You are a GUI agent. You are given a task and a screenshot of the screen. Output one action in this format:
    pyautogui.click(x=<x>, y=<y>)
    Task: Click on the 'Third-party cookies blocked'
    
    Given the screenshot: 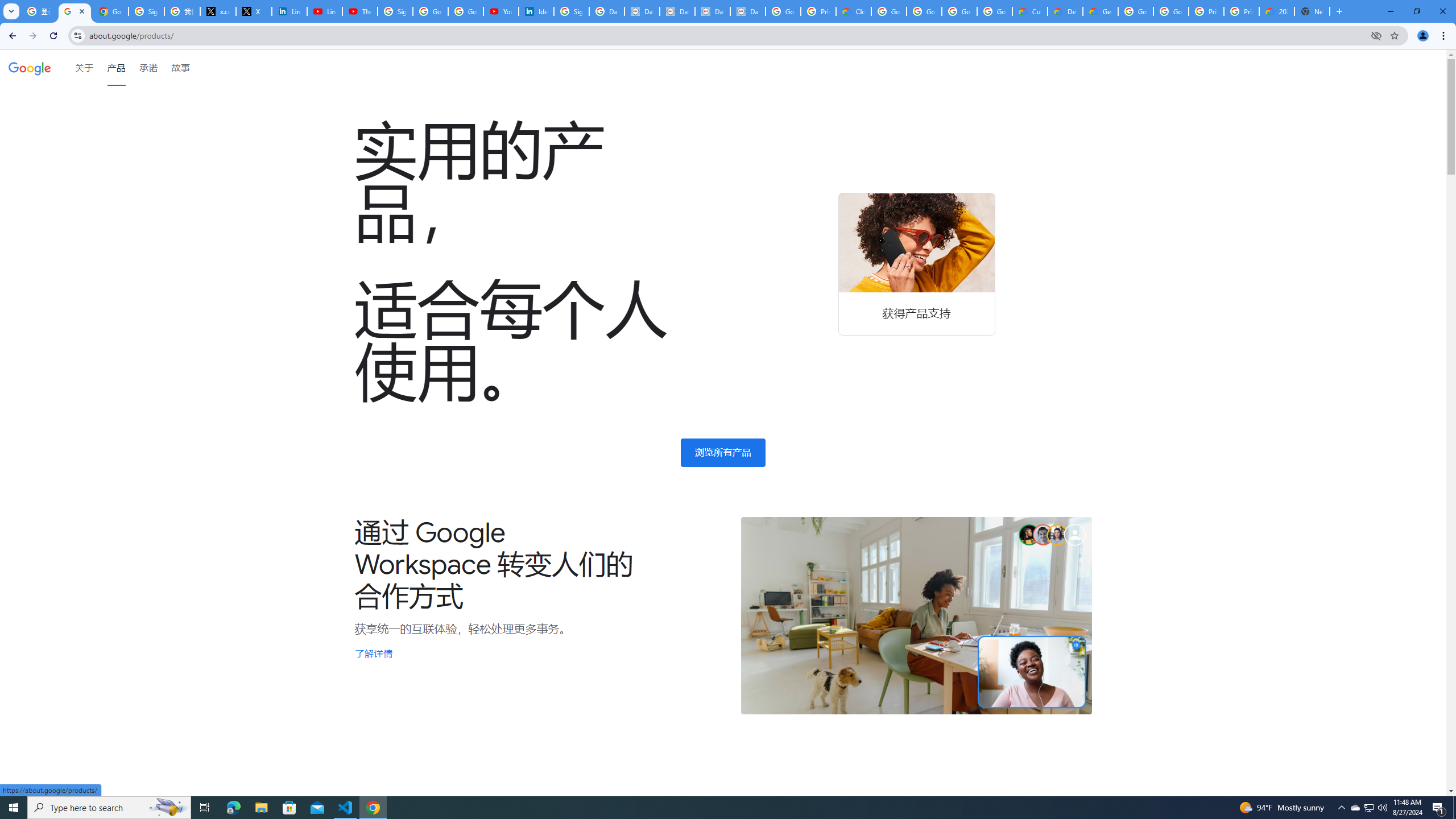 What is the action you would take?
    pyautogui.click(x=1376, y=35)
    